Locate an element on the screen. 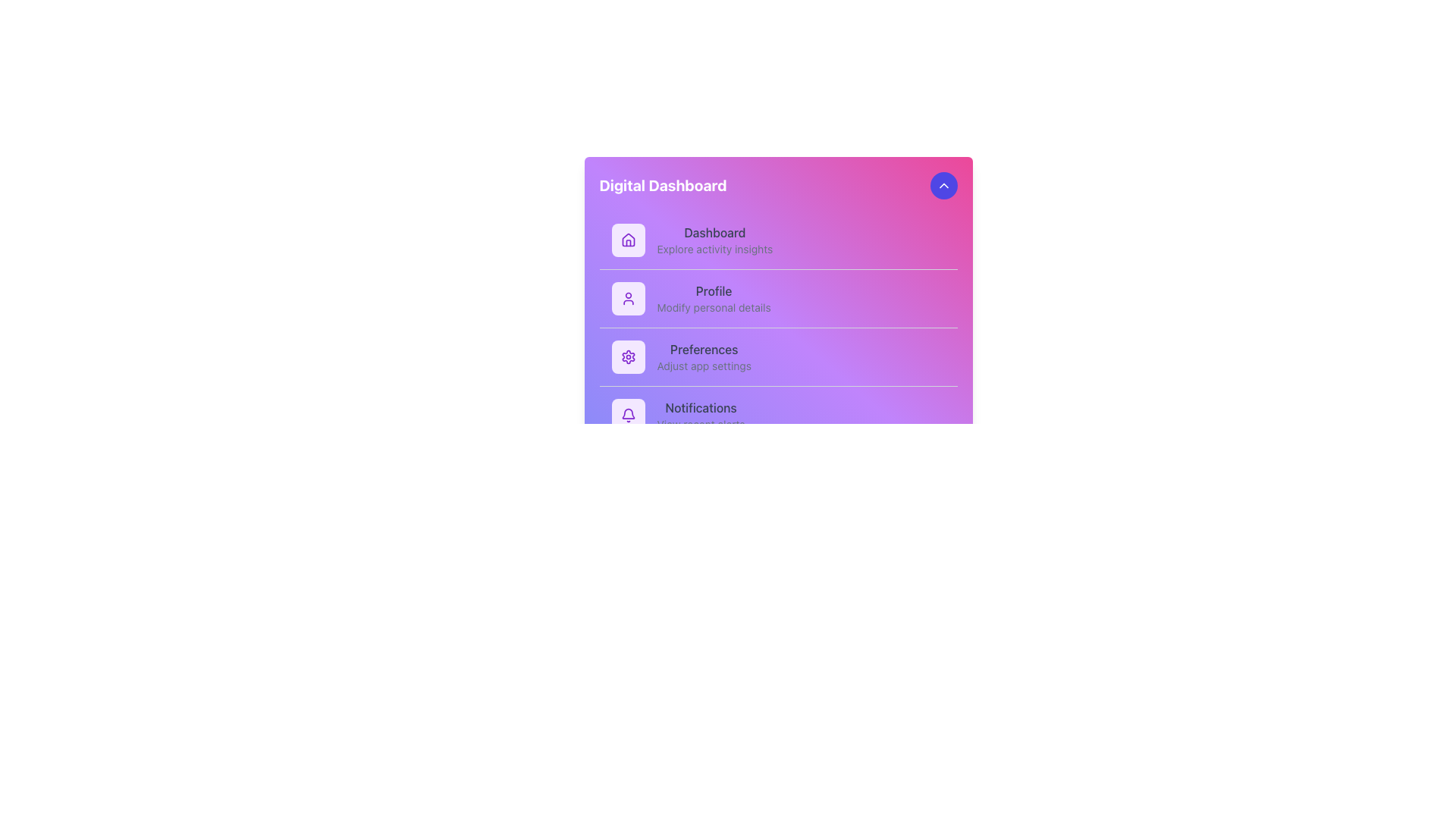 This screenshot has height=819, width=1456. the settings gear icon with a soft purple background located in the leftmost section of the 'Preferences' menu option, which is the third item in the menu list is located at coordinates (628, 356).